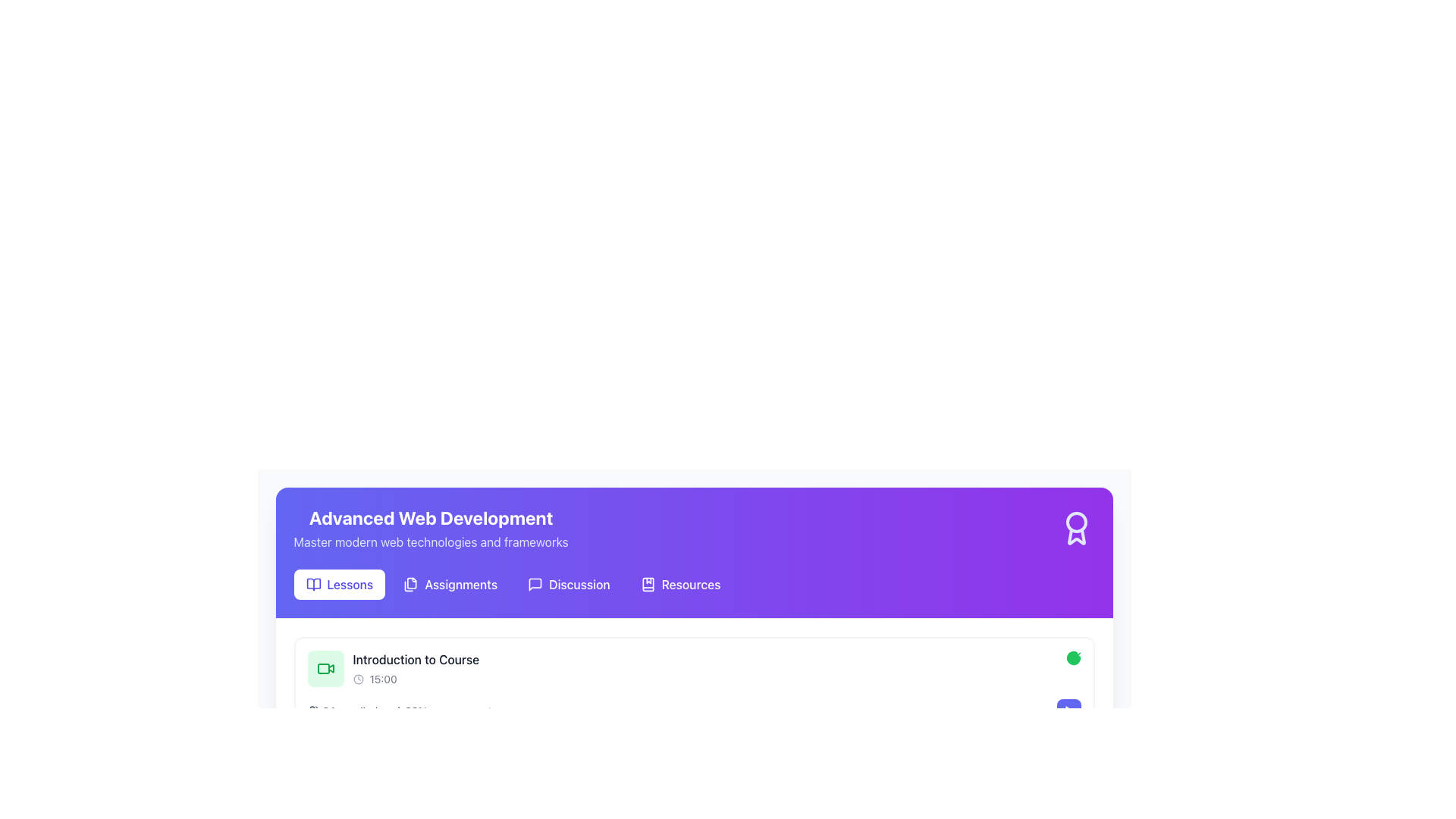 This screenshot has width=1456, height=819. What do you see at coordinates (1075, 528) in the screenshot?
I see `the decorative SVG icon located in the top-right corner of the 'Advanced Web Development' banner` at bounding box center [1075, 528].